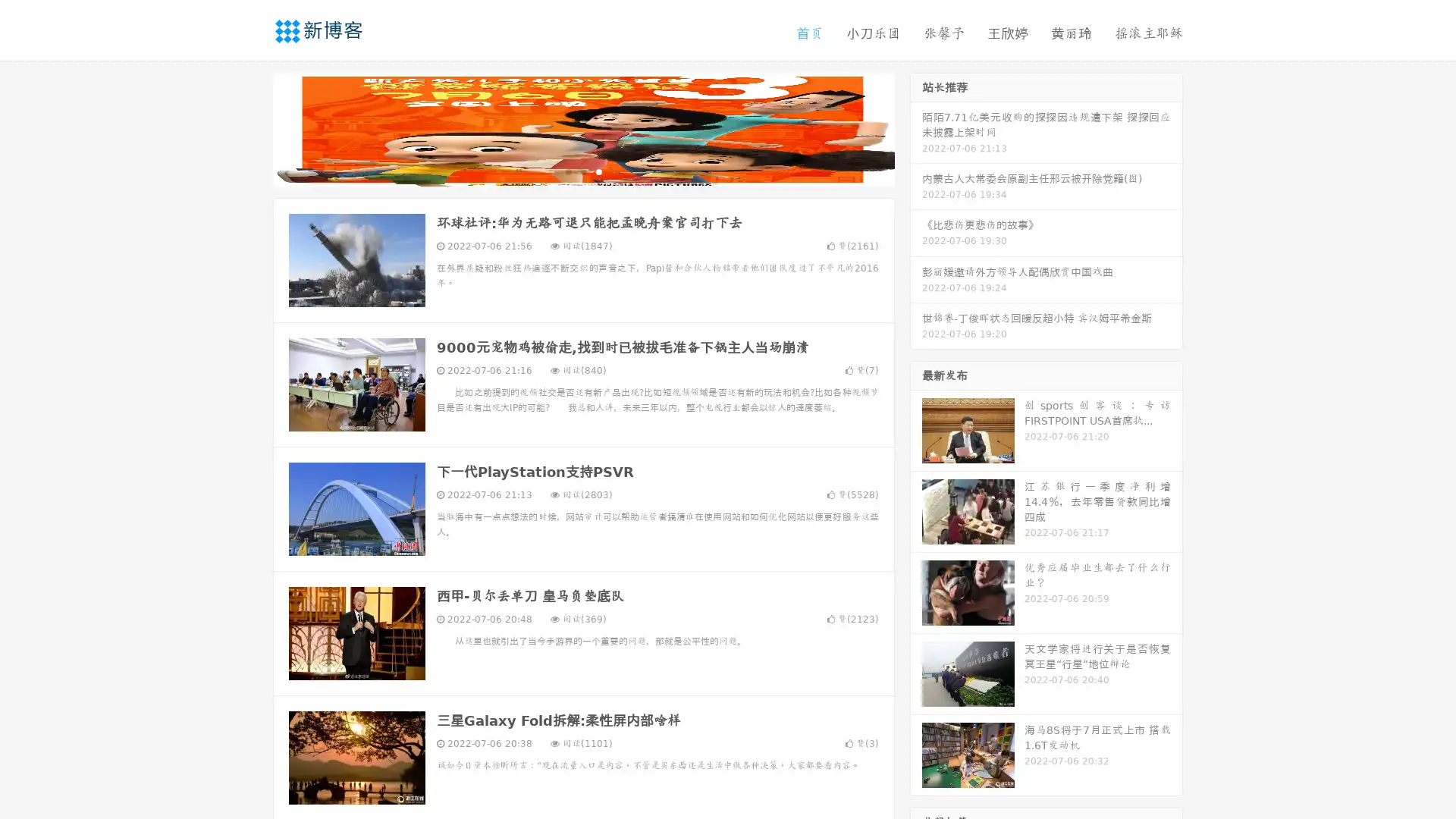  What do you see at coordinates (250, 127) in the screenshot?
I see `Previous slide` at bounding box center [250, 127].